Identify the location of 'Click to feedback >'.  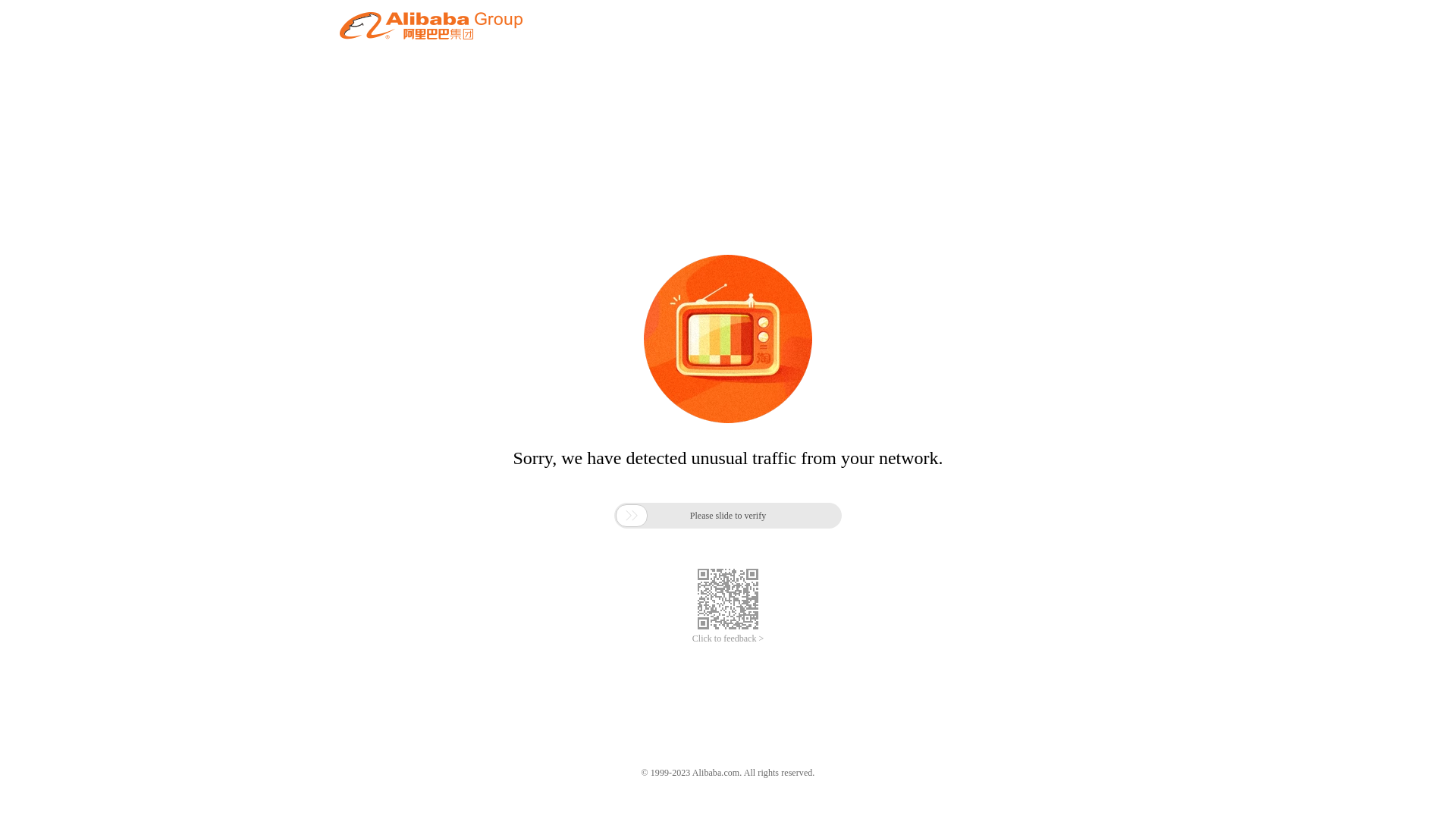
(691, 639).